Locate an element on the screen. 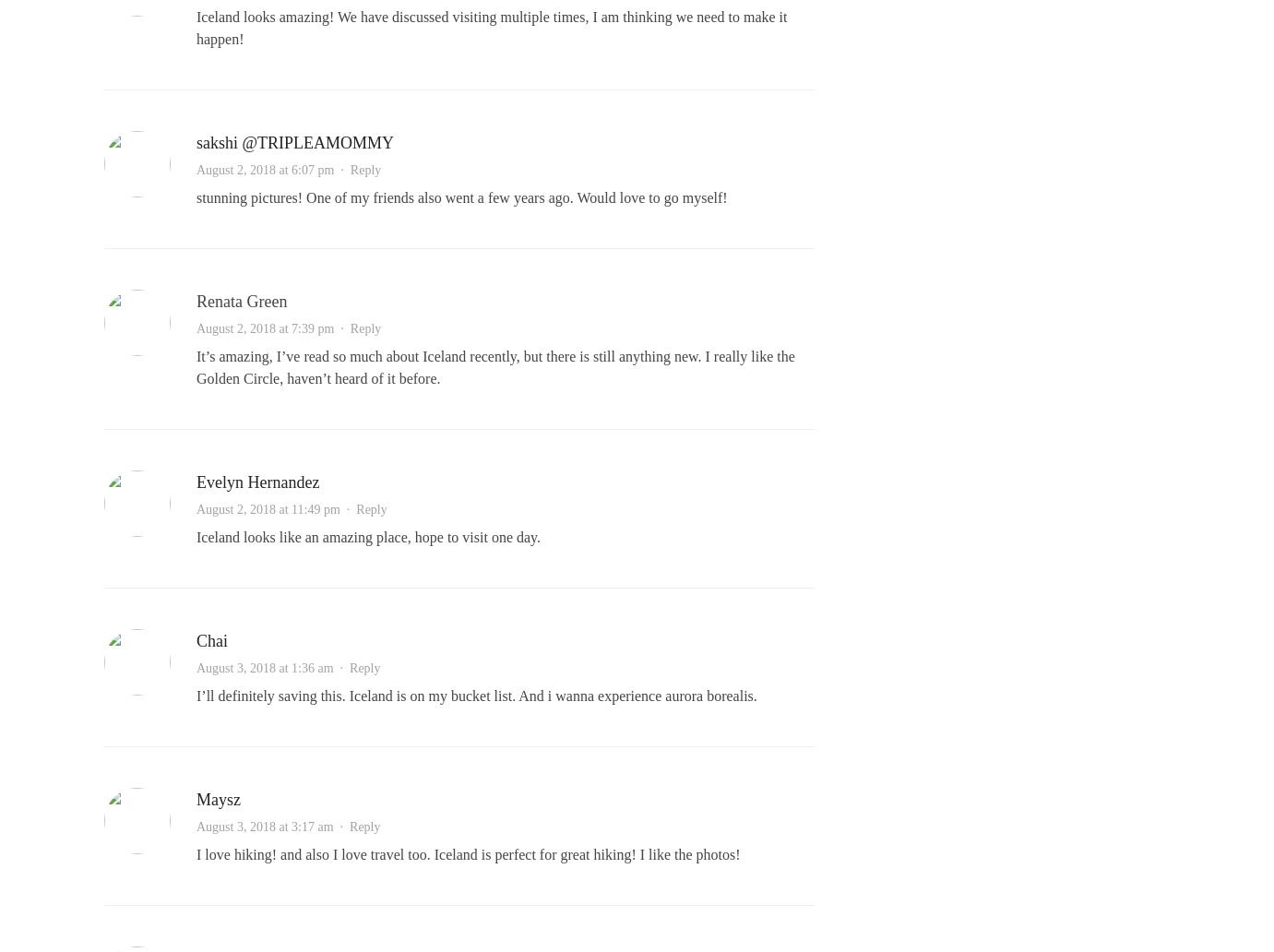  'Iceland looks like an amazing place, hope to visit one day.' is located at coordinates (368, 537).